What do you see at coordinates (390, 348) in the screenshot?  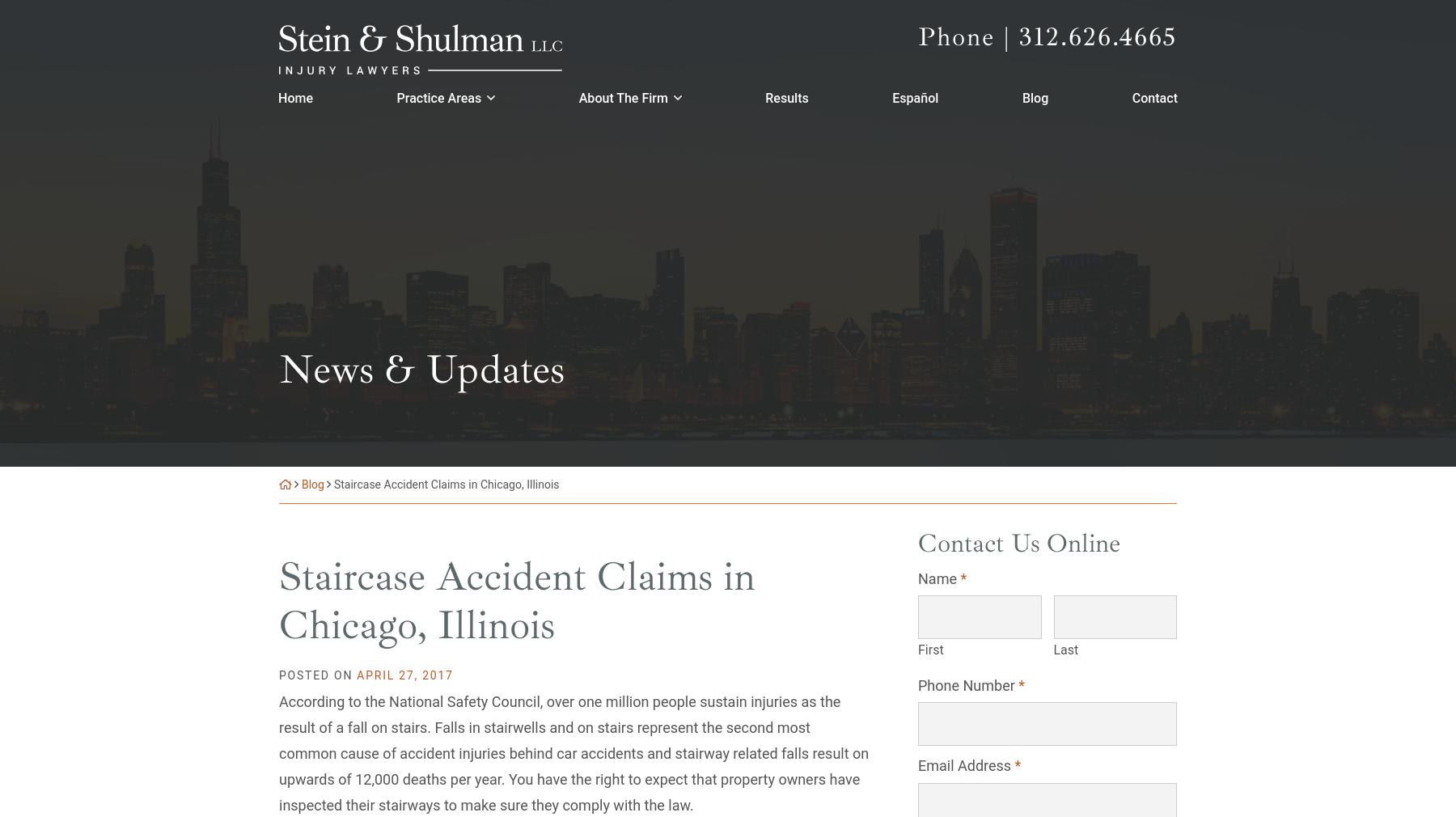 I see `'Personal Injury'` at bounding box center [390, 348].